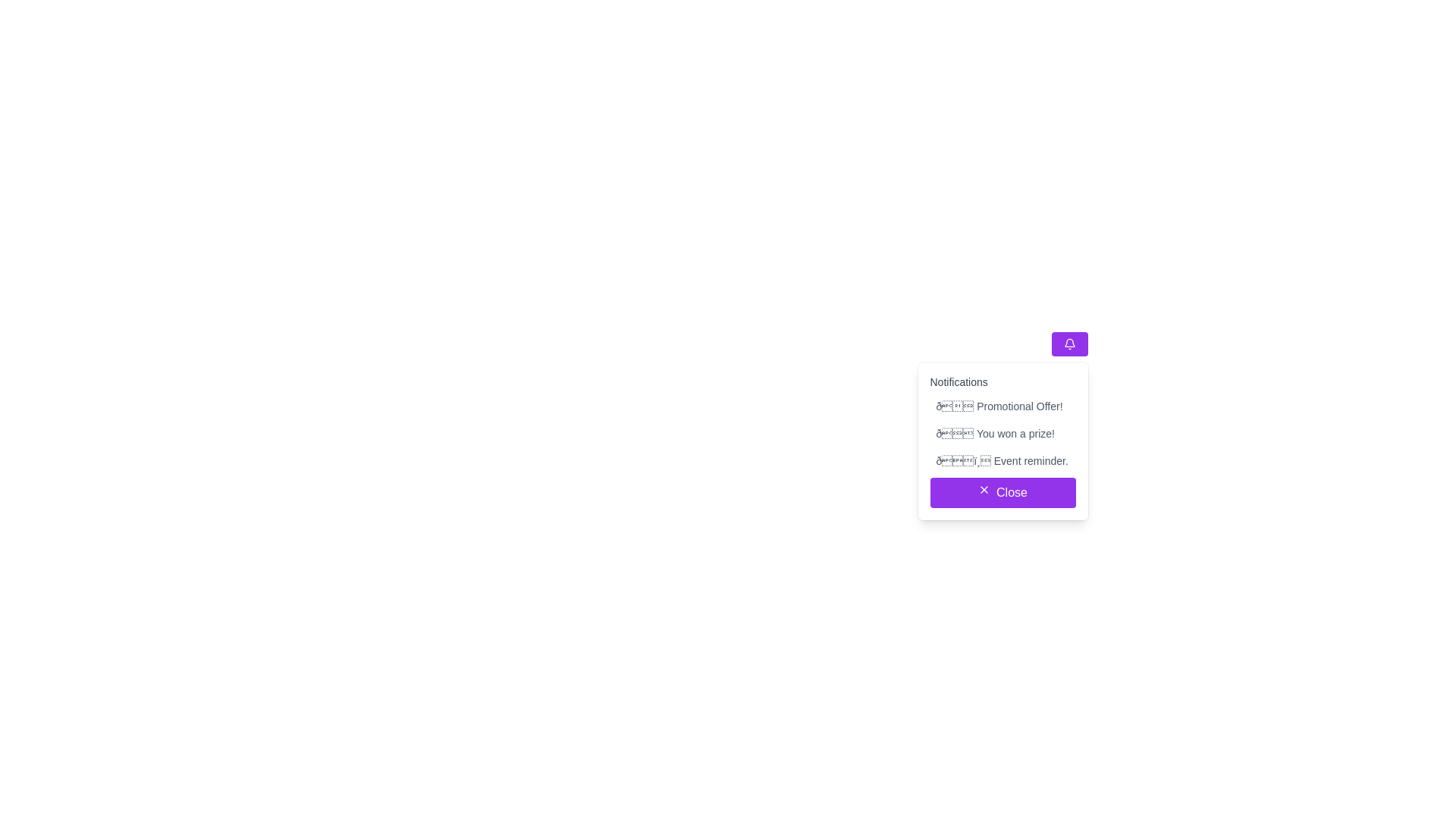 The height and width of the screenshot is (819, 1456). I want to click on the close button located at the bottom of the dropdown menu, so click(1003, 493).